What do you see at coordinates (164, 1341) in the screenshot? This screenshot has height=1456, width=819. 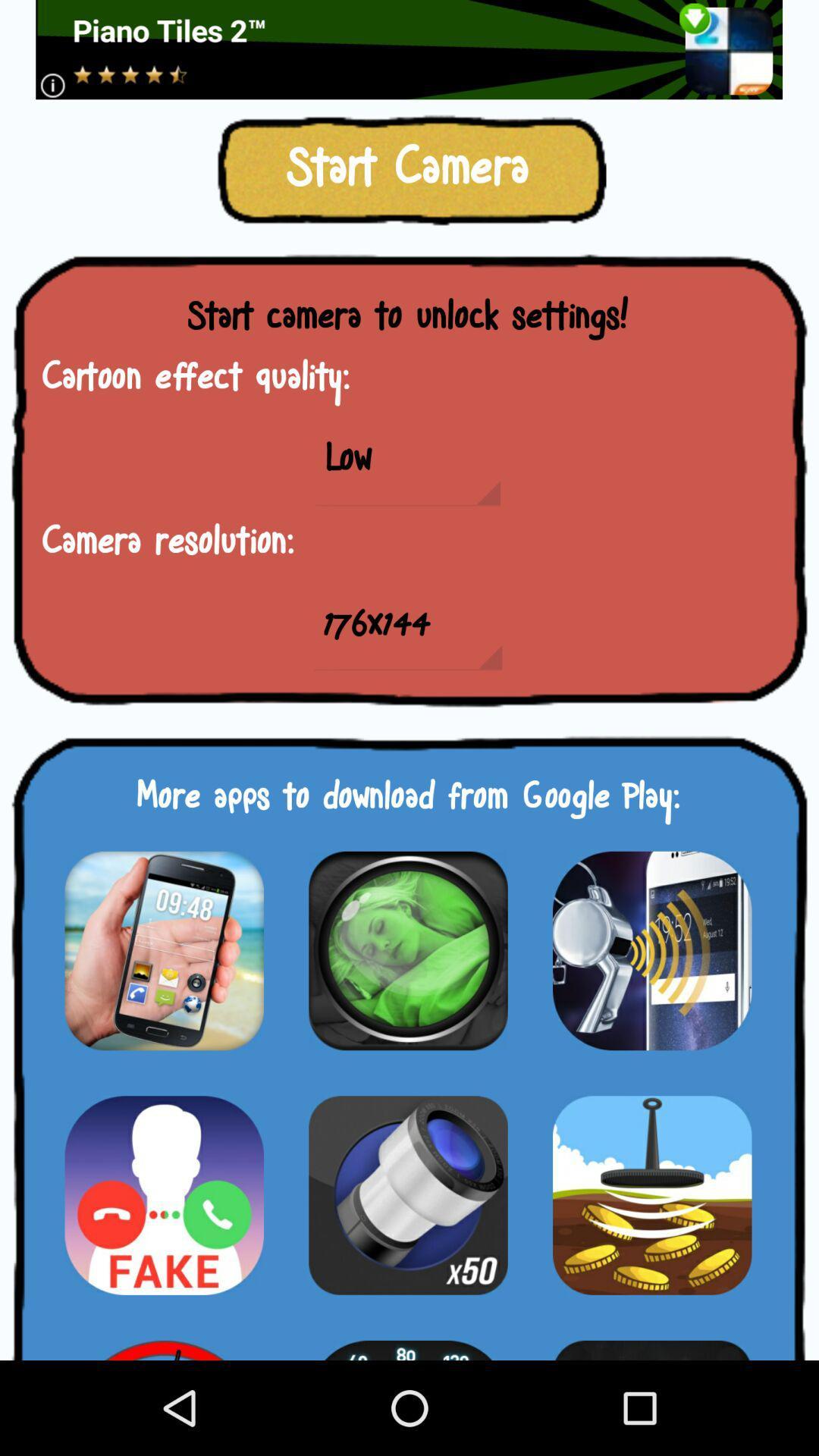 I see `download the app` at bounding box center [164, 1341].